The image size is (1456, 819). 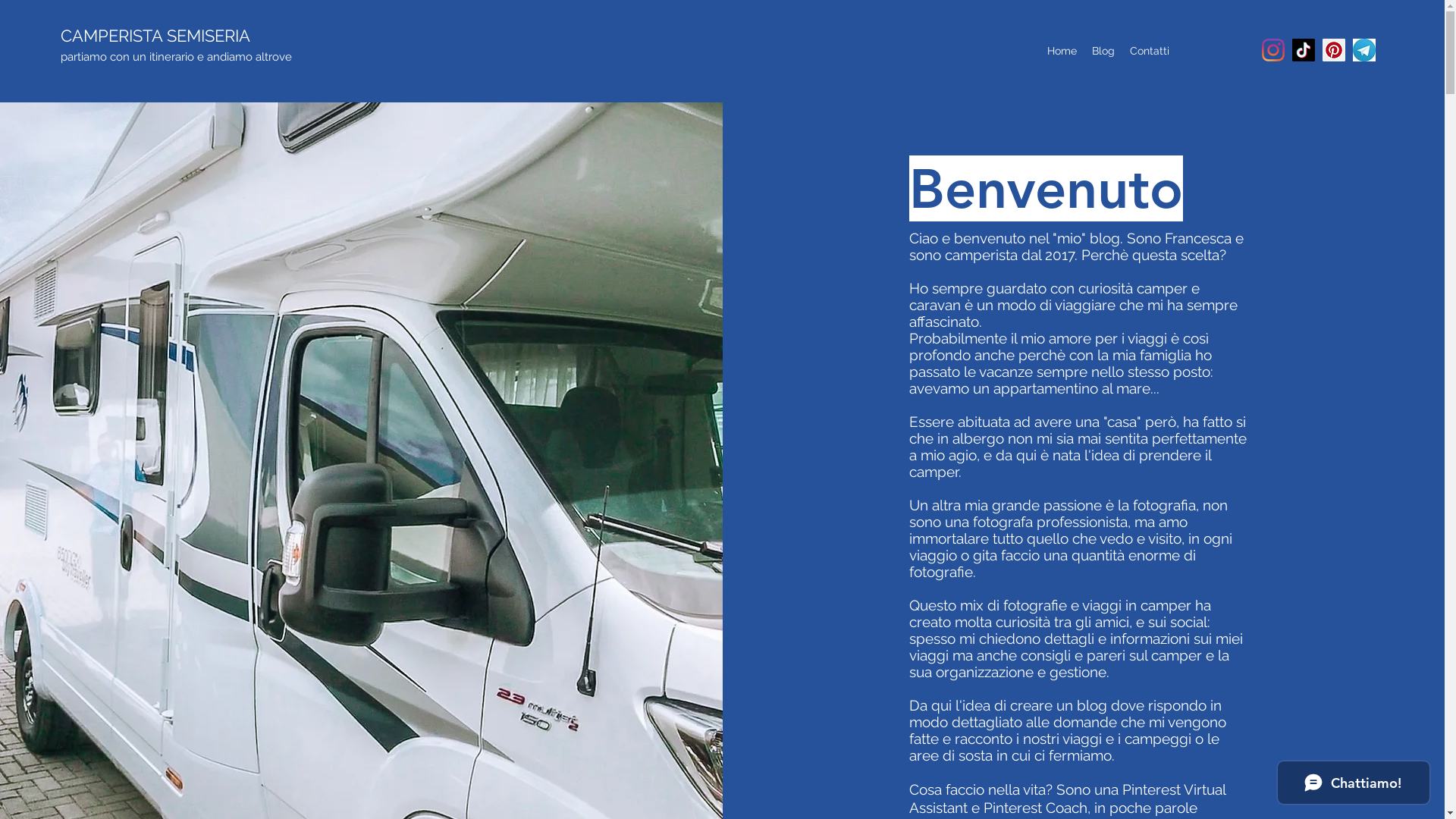 I want to click on 'Blog', so click(x=1084, y=49).